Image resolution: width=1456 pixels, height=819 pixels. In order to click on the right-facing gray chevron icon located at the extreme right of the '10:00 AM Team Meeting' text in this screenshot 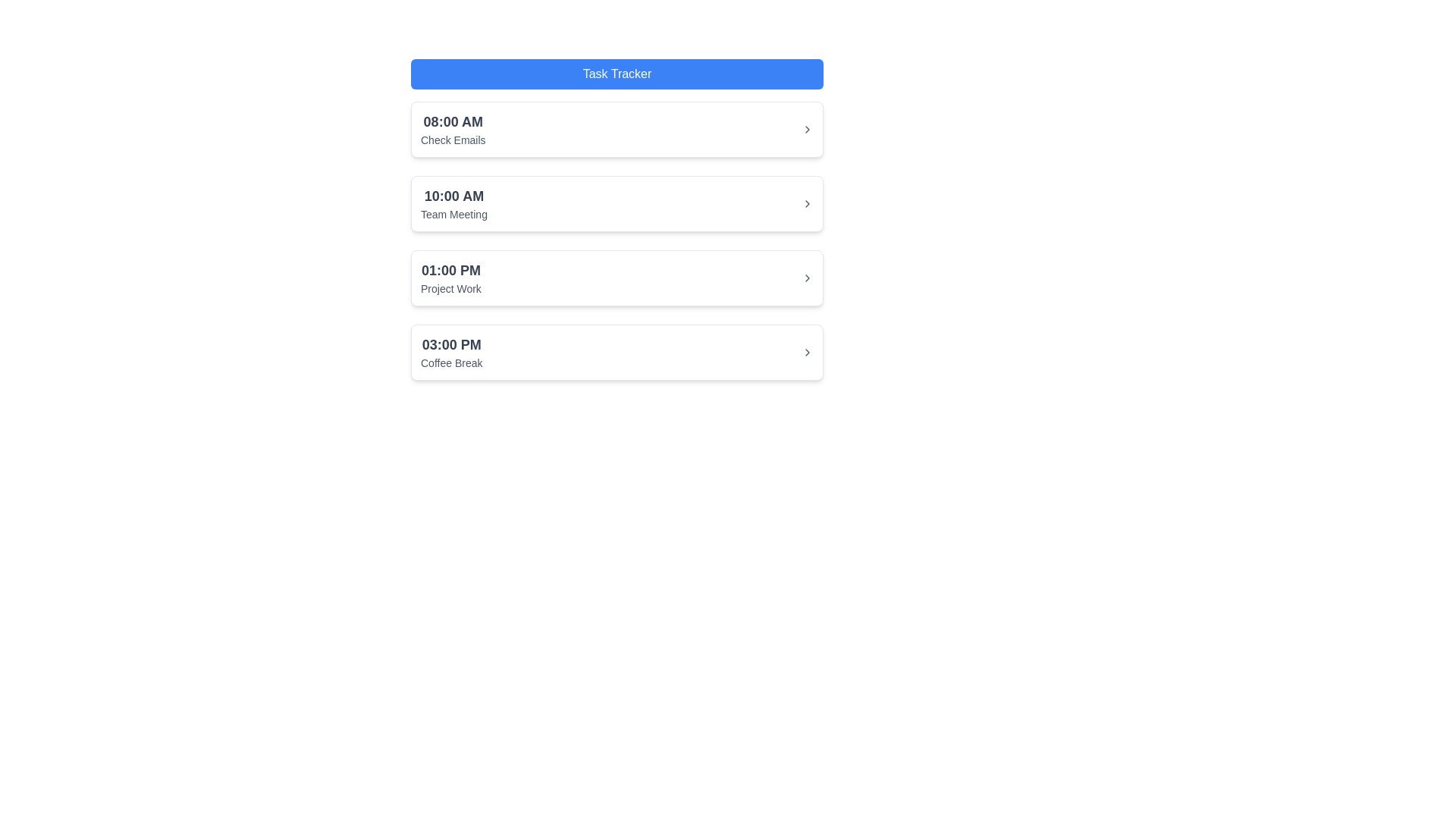, I will do `click(807, 203)`.